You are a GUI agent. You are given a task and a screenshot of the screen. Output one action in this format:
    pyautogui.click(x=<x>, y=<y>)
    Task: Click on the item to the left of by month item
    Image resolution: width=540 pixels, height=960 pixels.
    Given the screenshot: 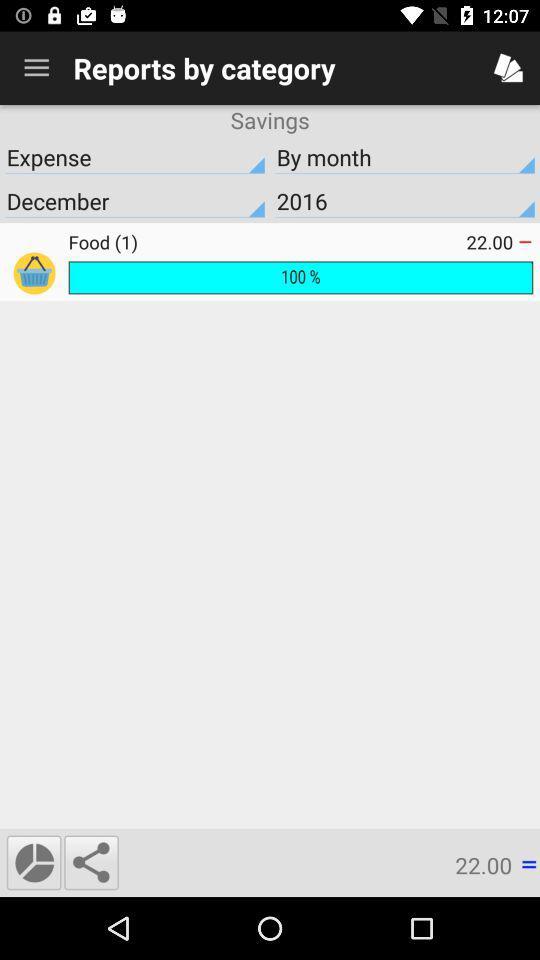 What is the action you would take?
    pyautogui.click(x=135, y=156)
    